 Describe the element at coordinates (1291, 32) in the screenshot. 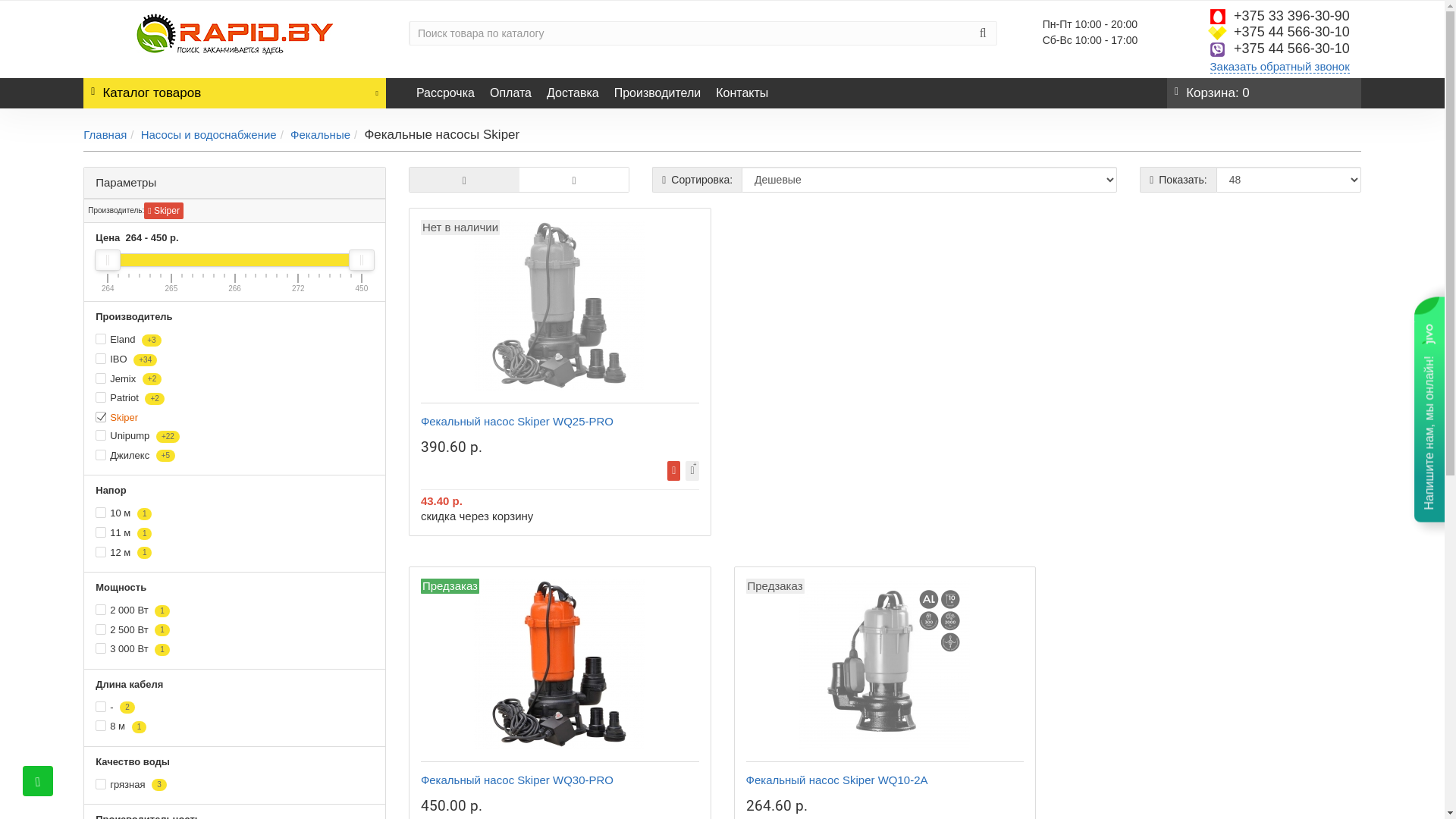

I see `'+375 44 566-30-10'` at that location.